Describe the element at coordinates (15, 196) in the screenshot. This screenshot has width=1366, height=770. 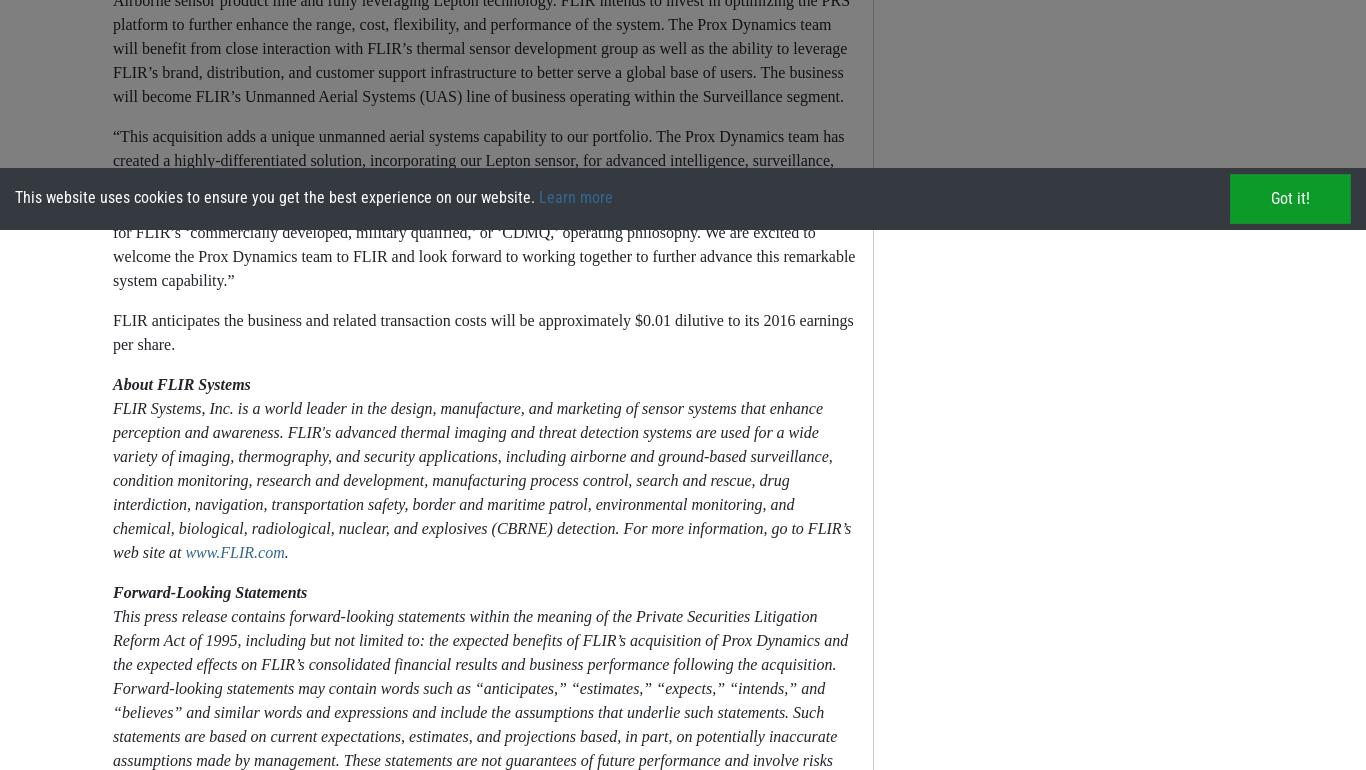
I see `'This website uses cookies to ensure you get the best experience on our website.'` at that location.